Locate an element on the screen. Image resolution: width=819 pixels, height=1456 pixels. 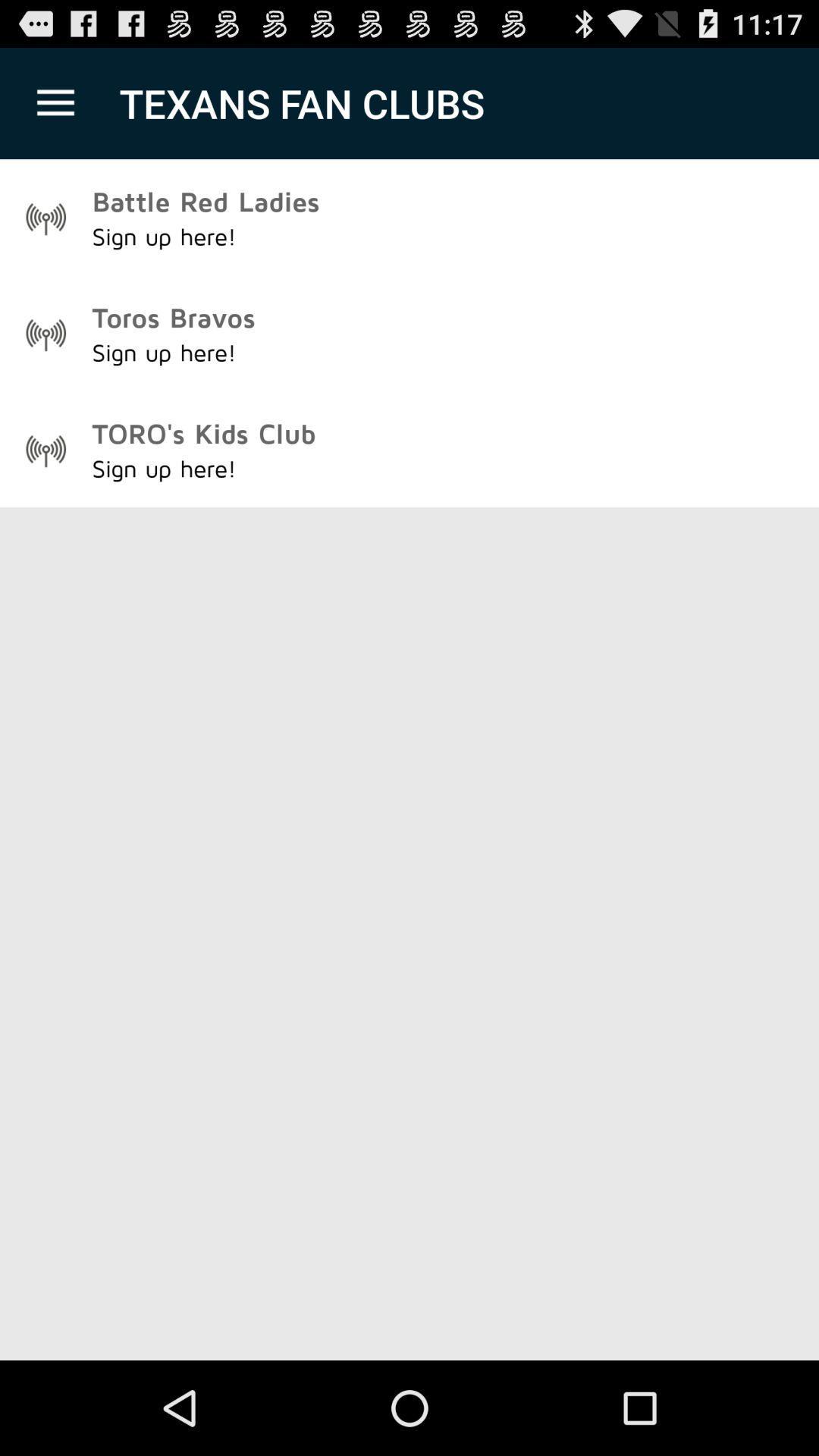
the icon next to the texans fan clubs app is located at coordinates (55, 102).